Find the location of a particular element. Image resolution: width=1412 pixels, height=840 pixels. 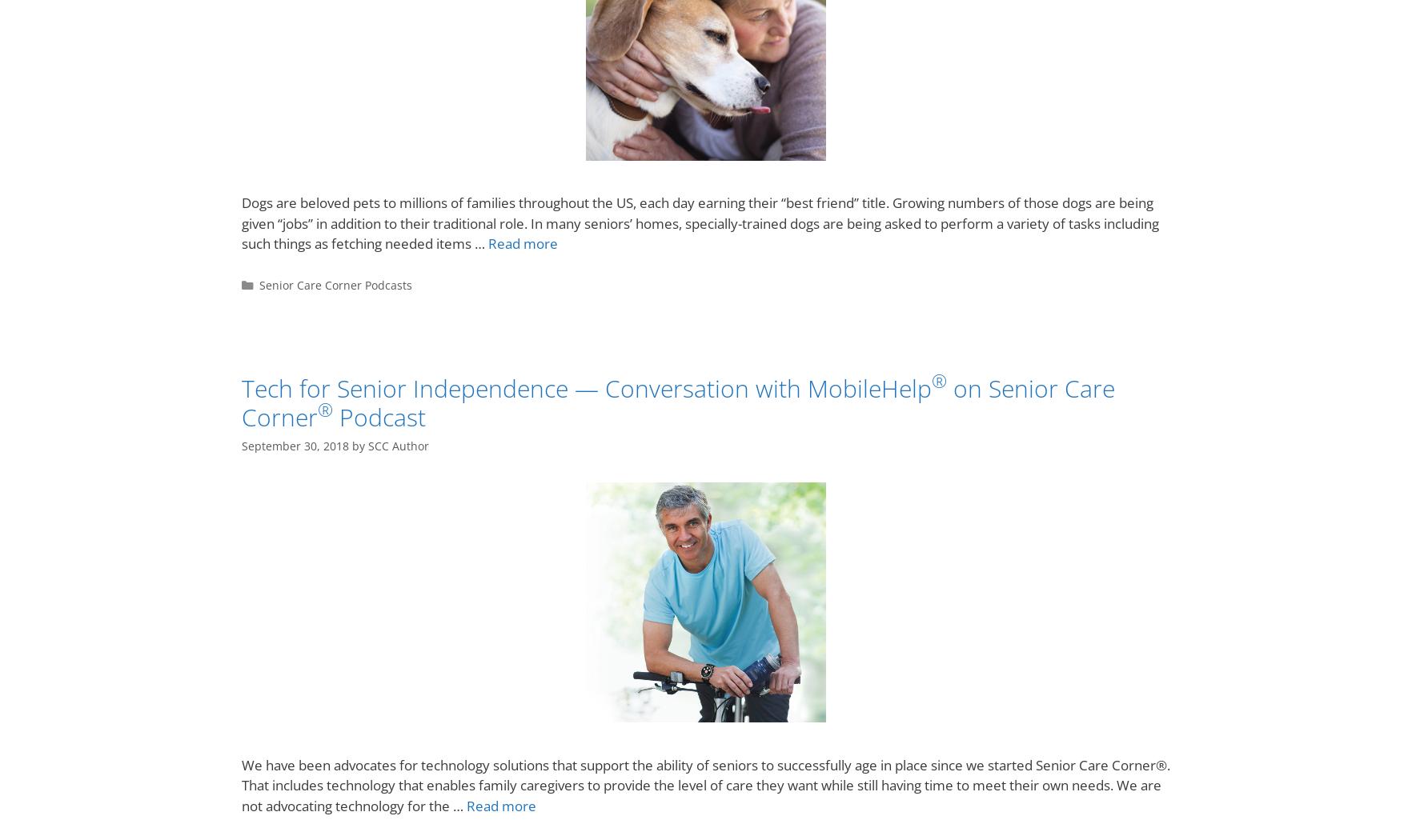

'Senior Care Corner Podcasts' is located at coordinates (258, 284).